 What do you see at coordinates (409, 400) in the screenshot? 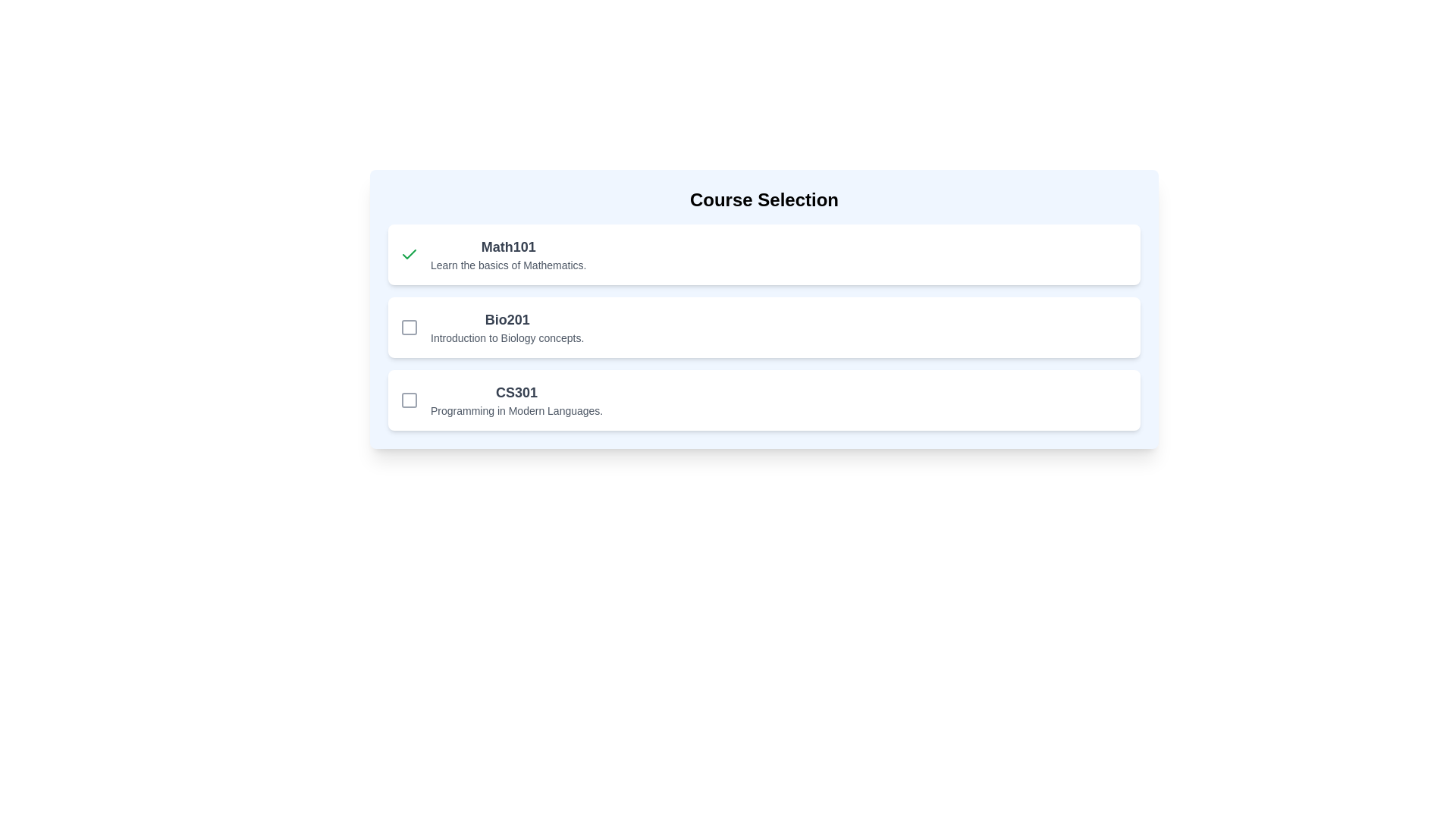
I see `the SVG rectangle checkbox for the 'CS301' course` at bounding box center [409, 400].